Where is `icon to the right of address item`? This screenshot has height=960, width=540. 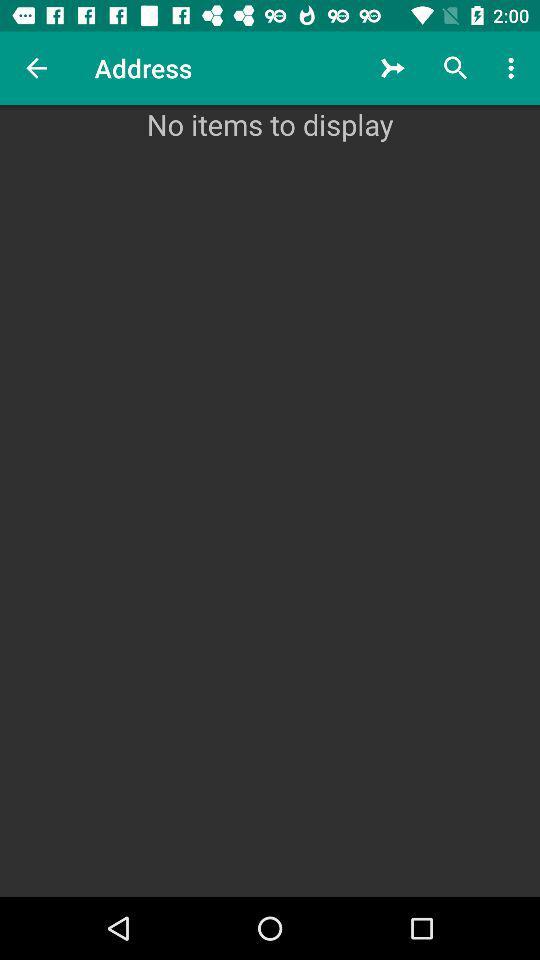 icon to the right of address item is located at coordinates (393, 68).